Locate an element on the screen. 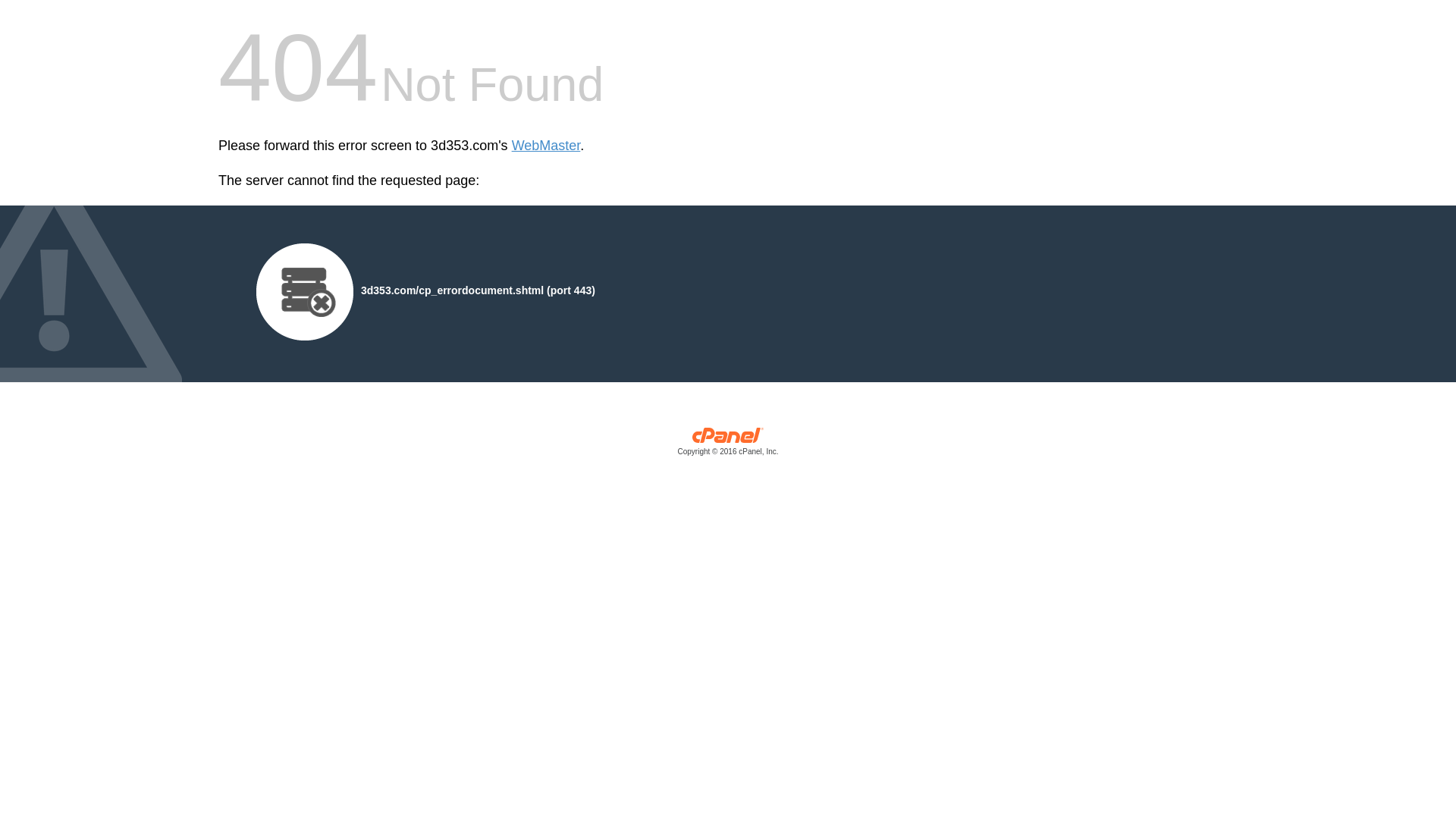  'WebMaster' is located at coordinates (546, 146).